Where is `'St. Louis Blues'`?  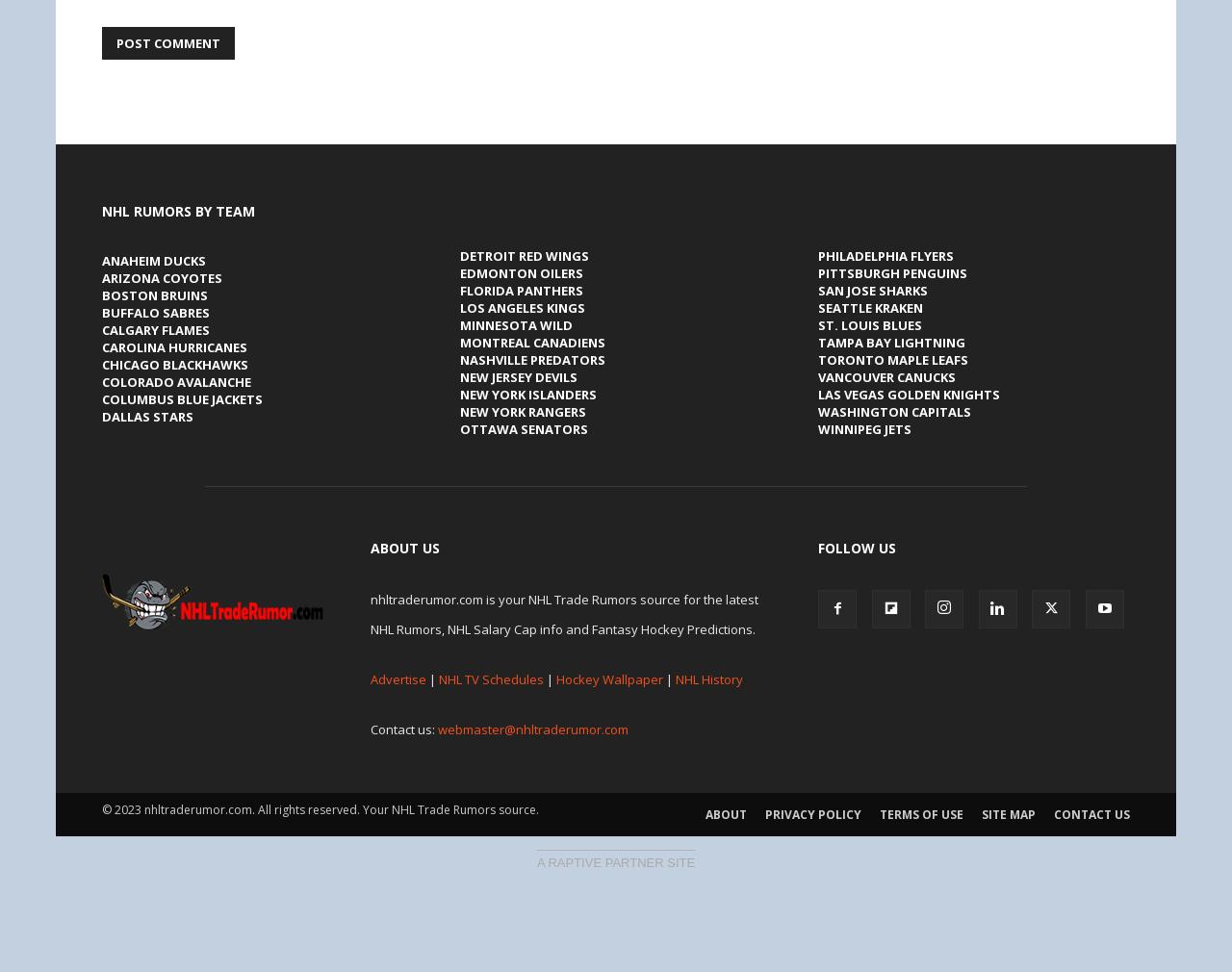 'St. Louis Blues' is located at coordinates (869, 324).